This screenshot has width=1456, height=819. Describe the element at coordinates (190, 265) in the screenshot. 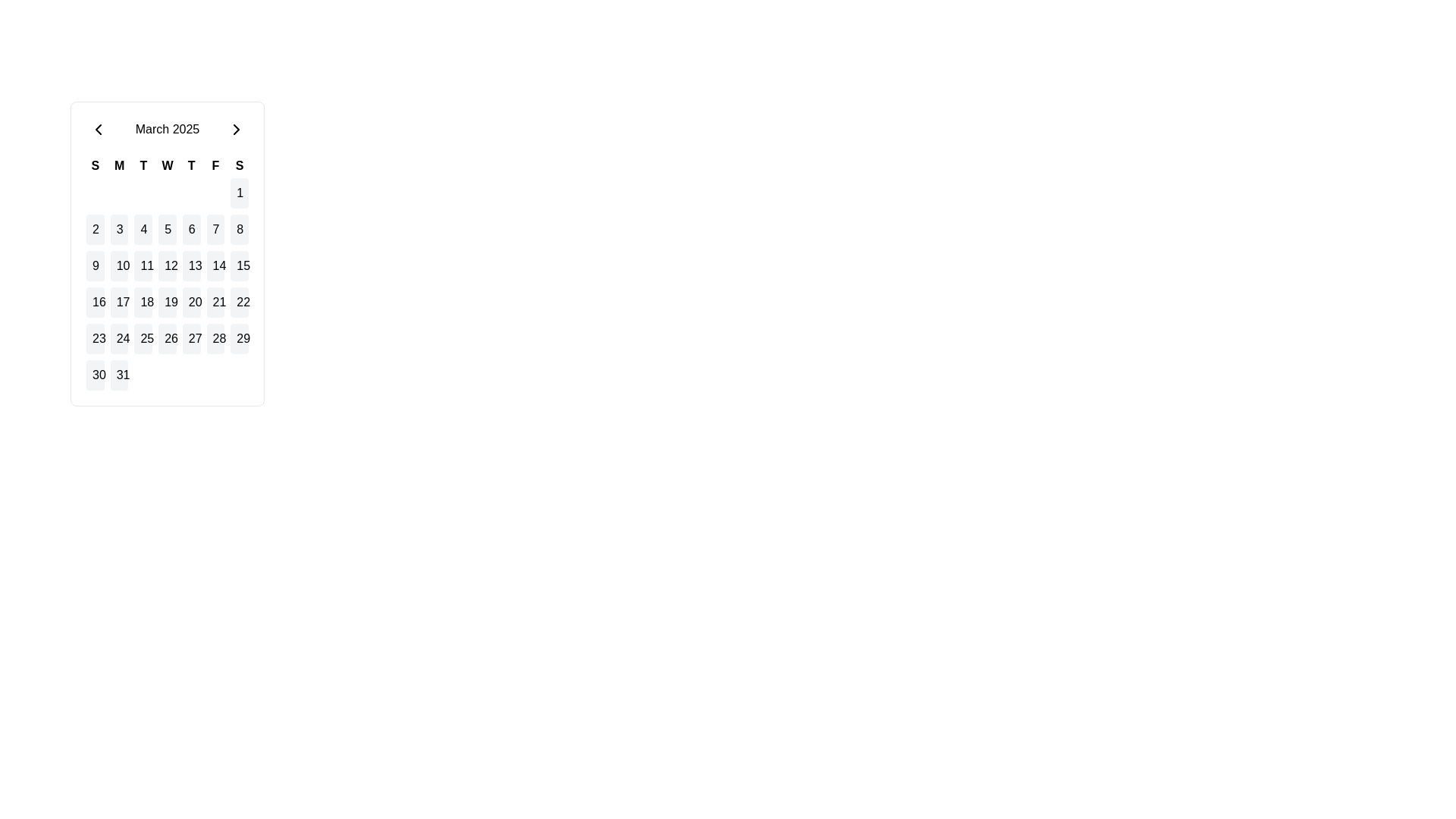

I see `the rounded rectangular button displaying '13'` at that location.